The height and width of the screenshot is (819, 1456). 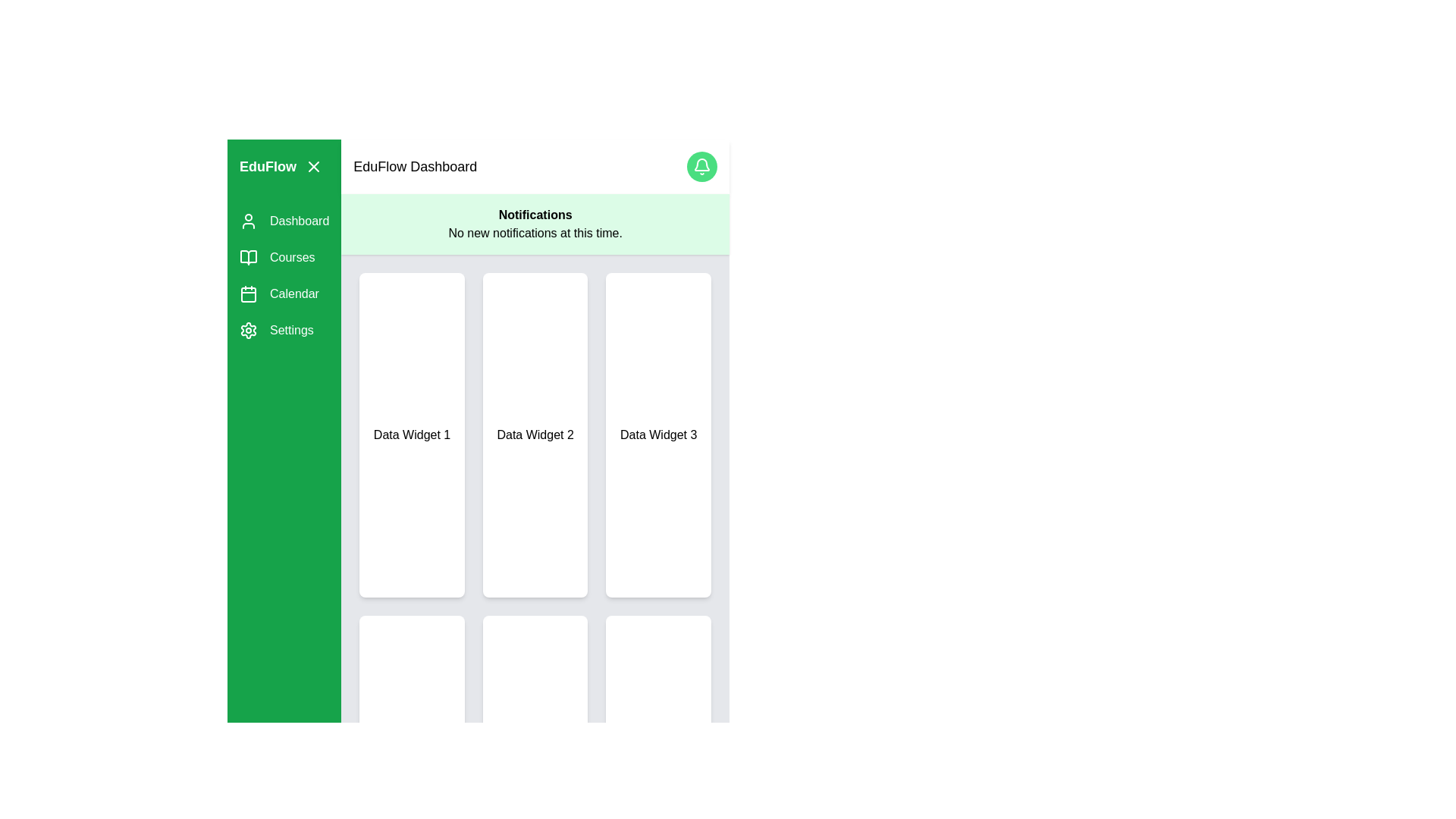 I want to click on the 'X' shaped close icon located at the top right corner of the header section, so click(x=312, y=166).